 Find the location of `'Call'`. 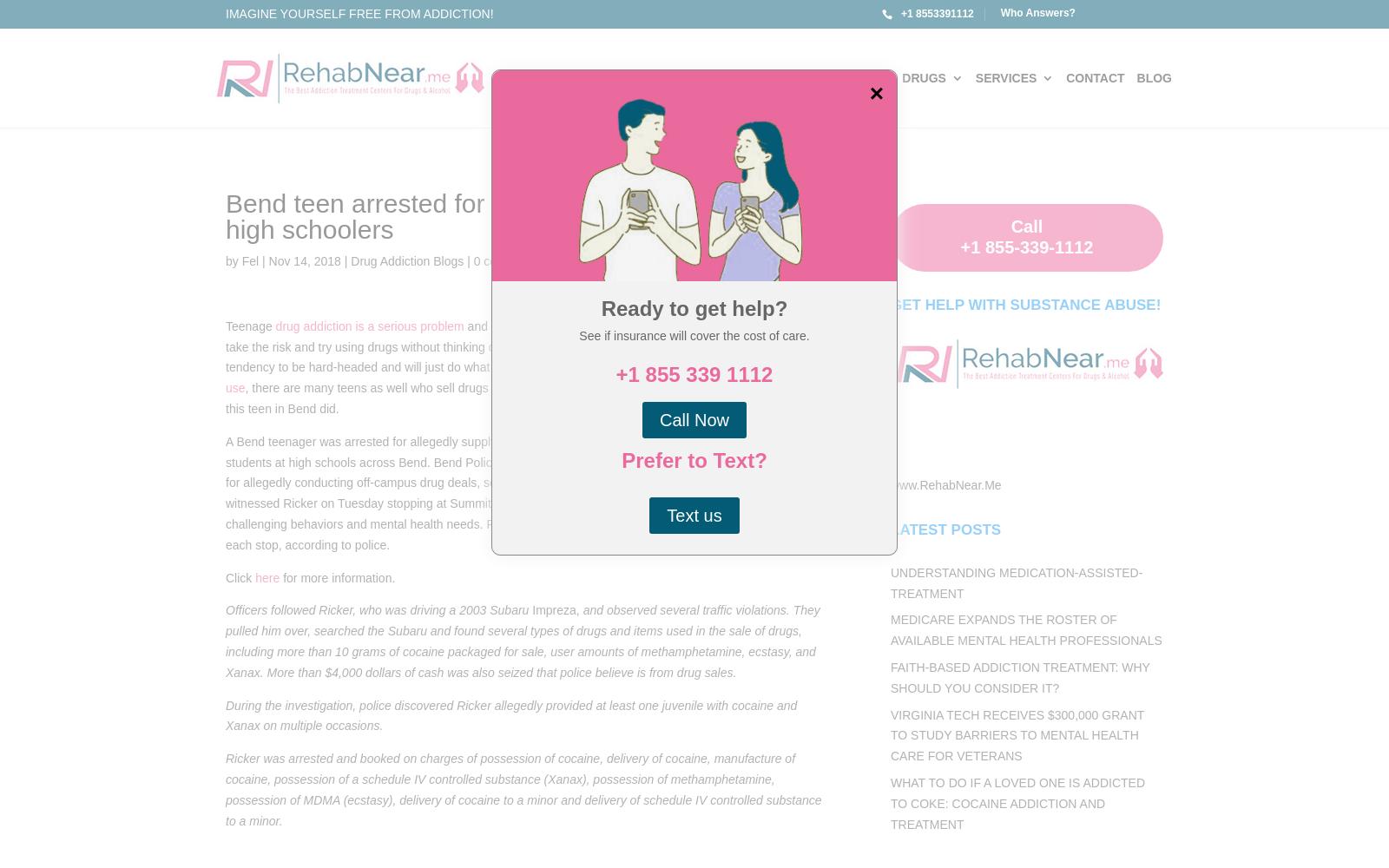

'Call' is located at coordinates (1026, 227).